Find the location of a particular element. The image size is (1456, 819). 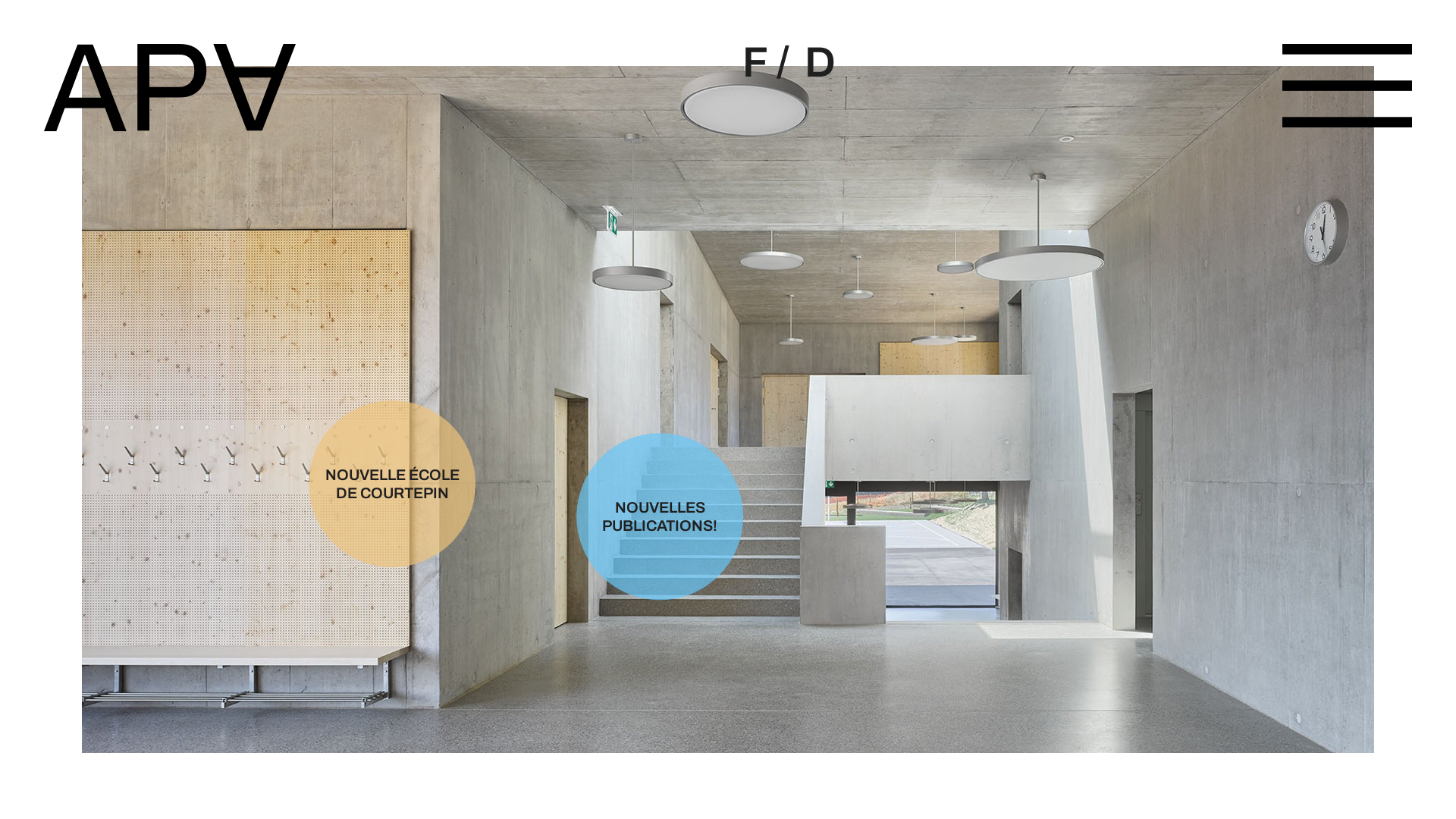

'NOUVELLES PUBLICATIONS!' is located at coordinates (630, 520).